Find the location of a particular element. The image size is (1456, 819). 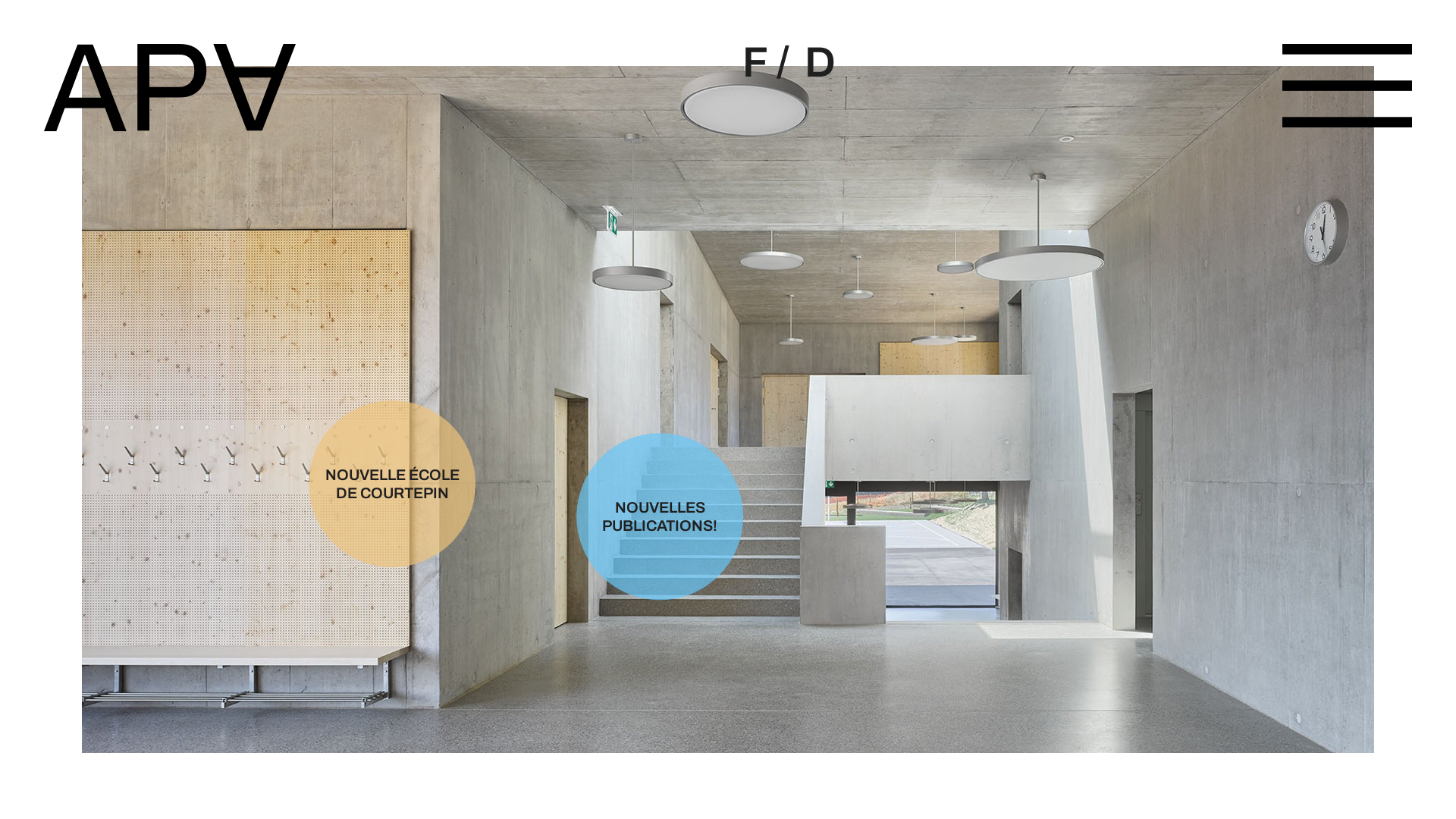

'NOUVELLES PUBLICATIONS!' is located at coordinates (630, 520).